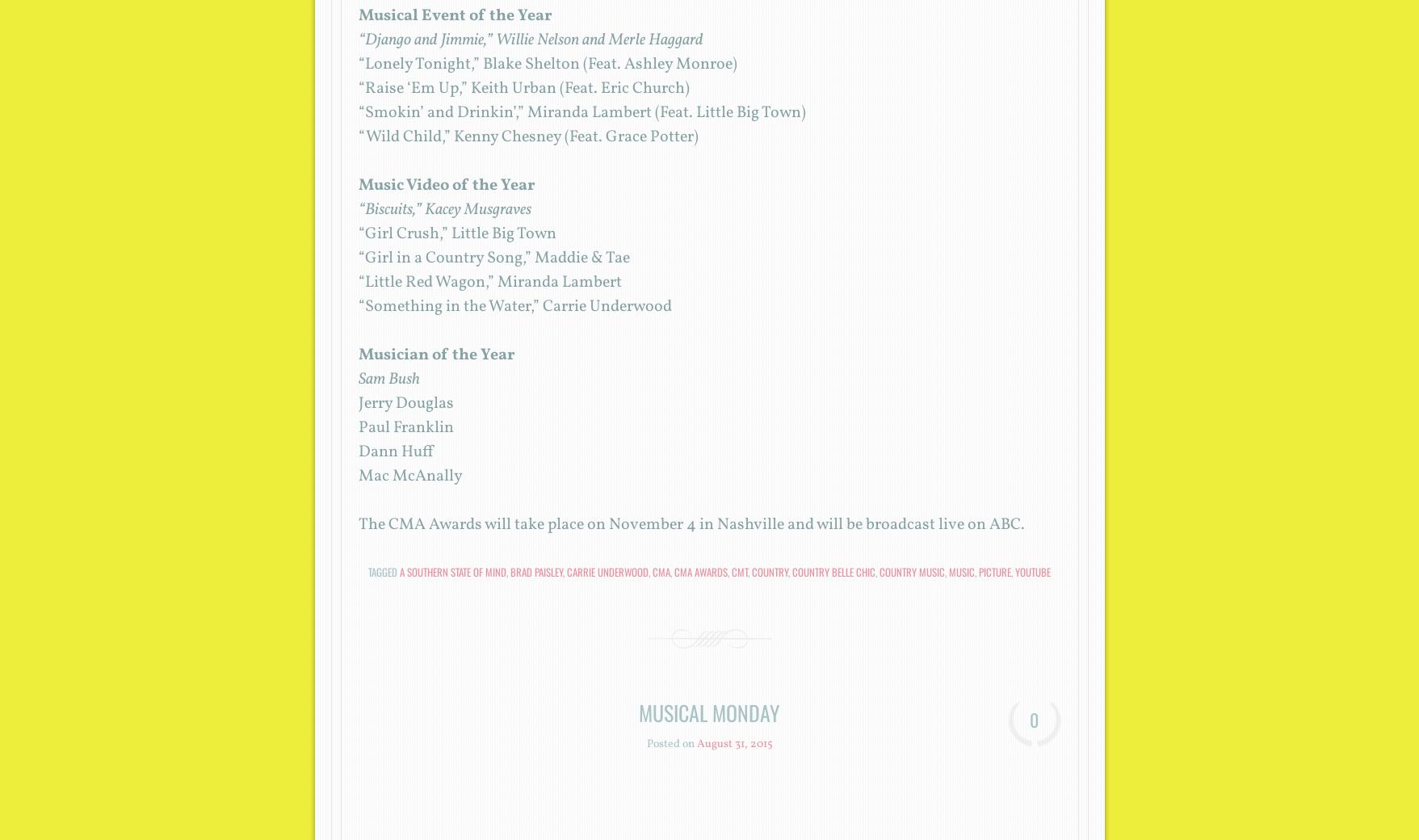 The height and width of the screenshot is (840, 1419). What do you see at coordinates (731, 572) in the screenshot?
I see `'cmt'` at bounding box center [731, 572].